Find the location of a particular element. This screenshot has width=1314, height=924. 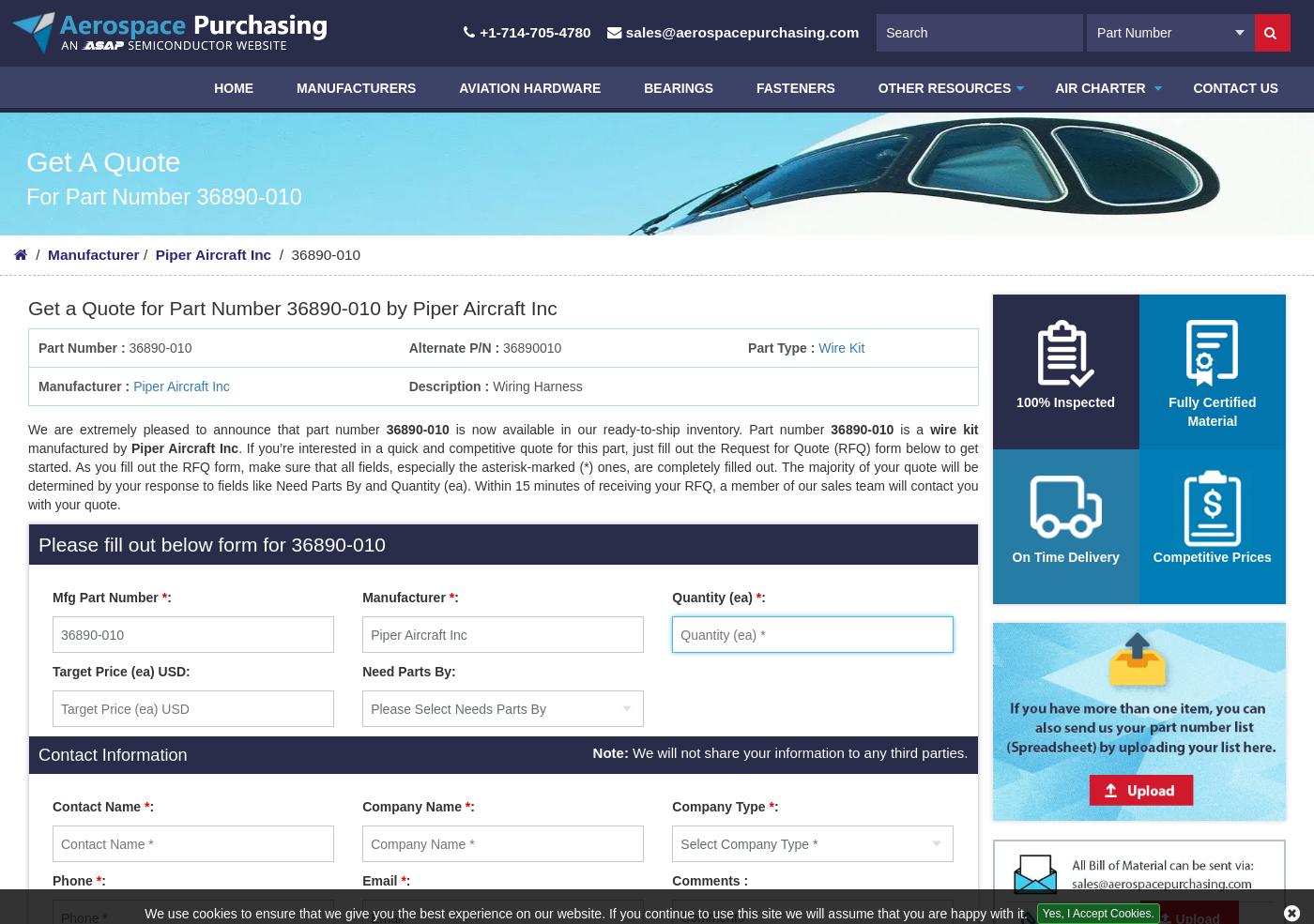

'On Time Delivery' is located at coordinates (1064, 555).